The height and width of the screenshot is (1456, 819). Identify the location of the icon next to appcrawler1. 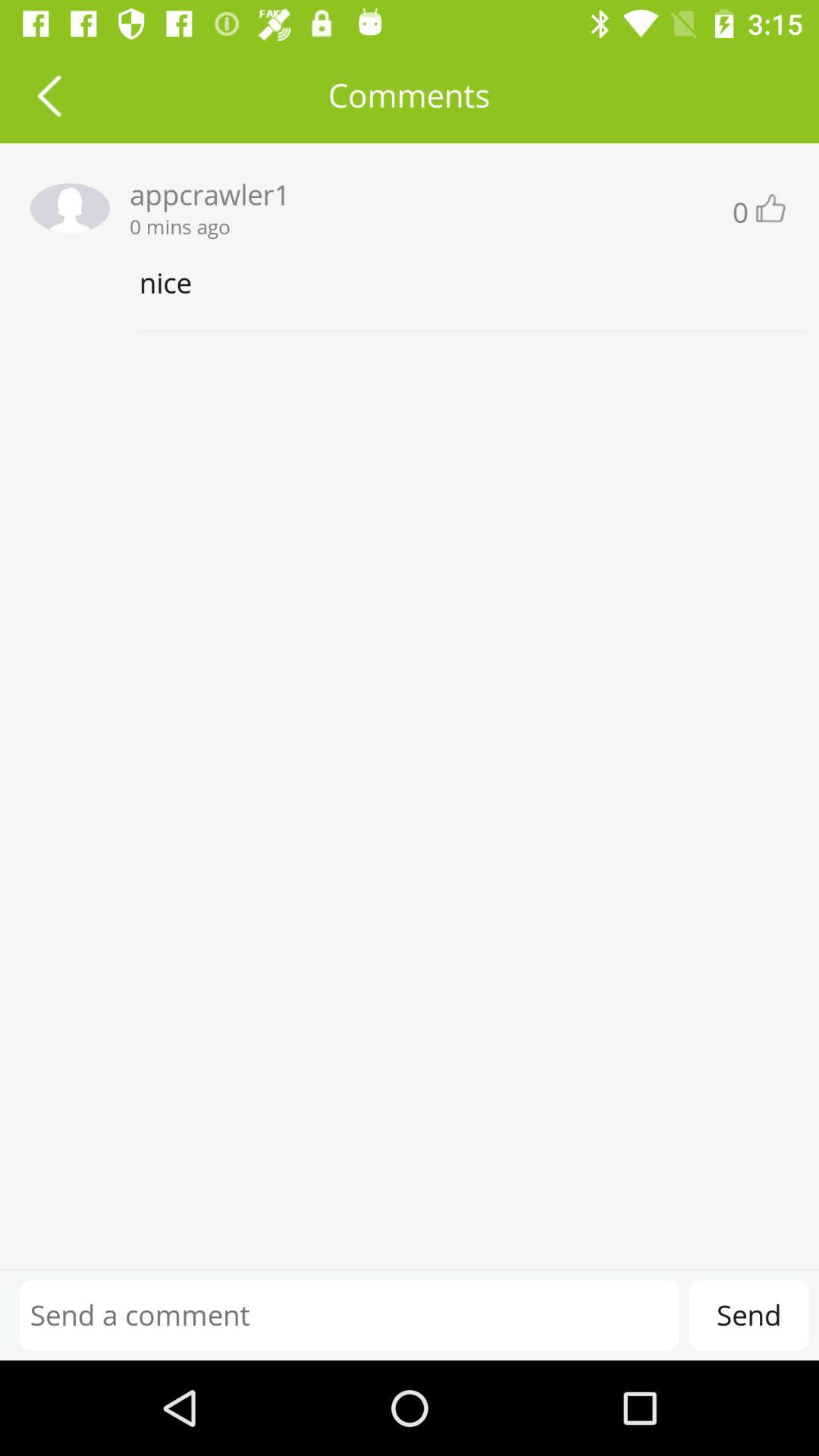
(64, 207).